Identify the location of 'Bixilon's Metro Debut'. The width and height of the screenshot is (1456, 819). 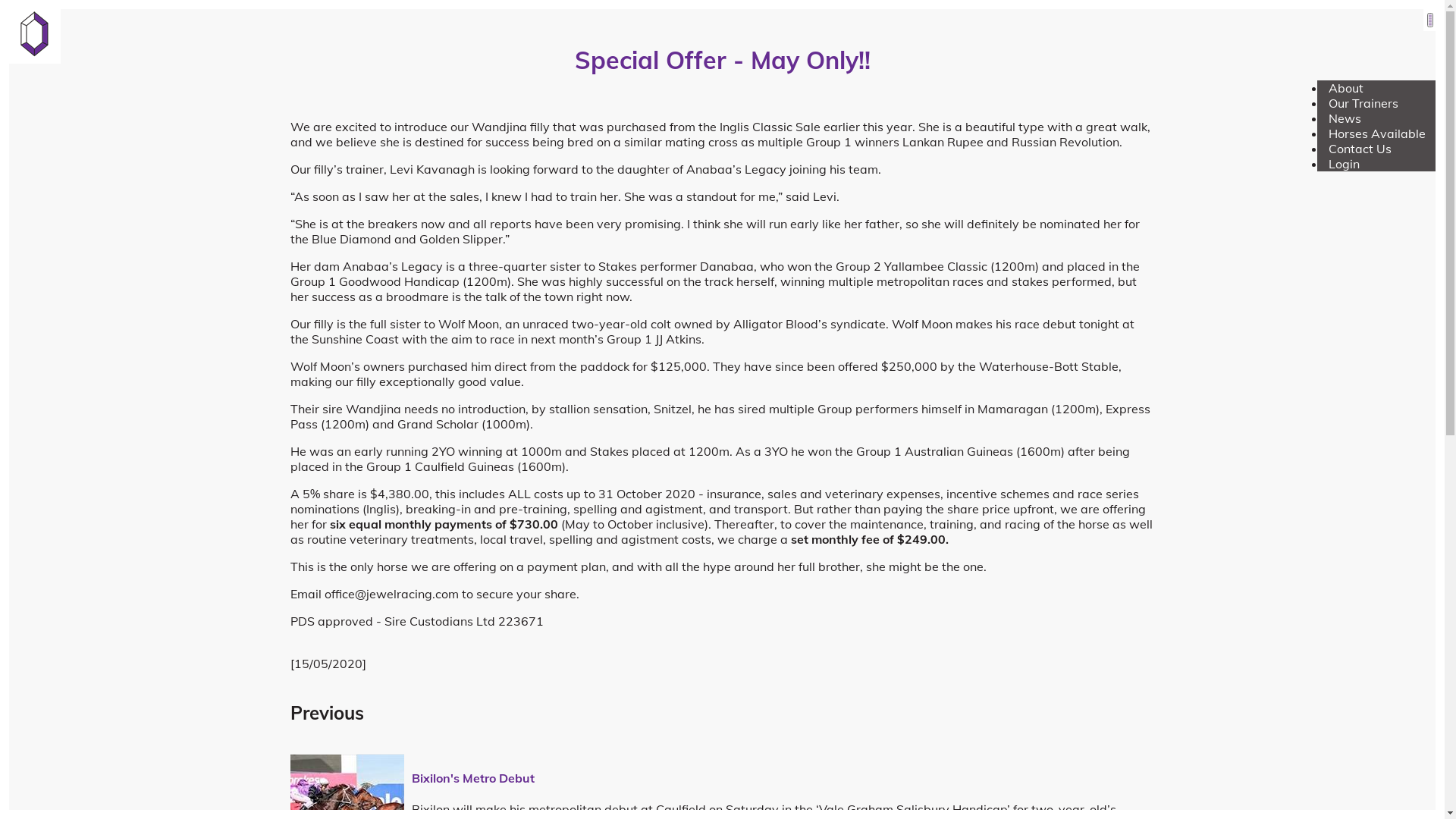
(472, 778).